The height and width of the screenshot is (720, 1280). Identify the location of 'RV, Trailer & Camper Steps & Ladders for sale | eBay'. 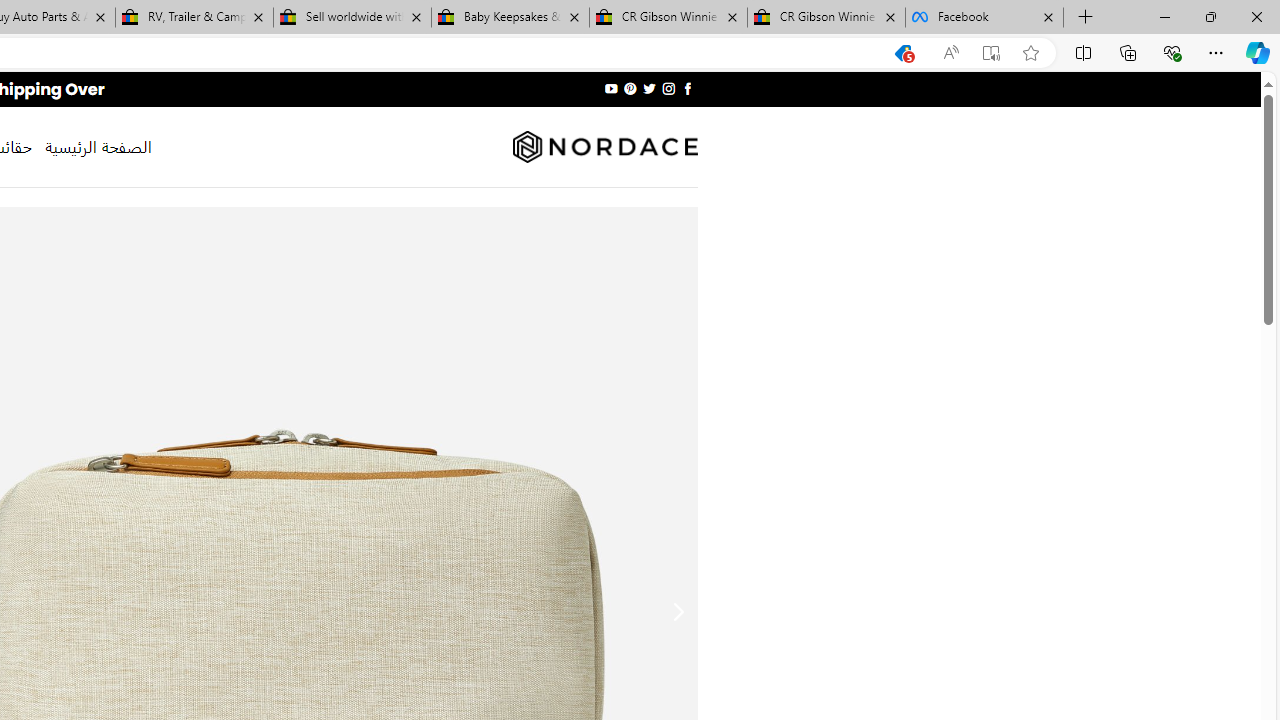
(194, 17).